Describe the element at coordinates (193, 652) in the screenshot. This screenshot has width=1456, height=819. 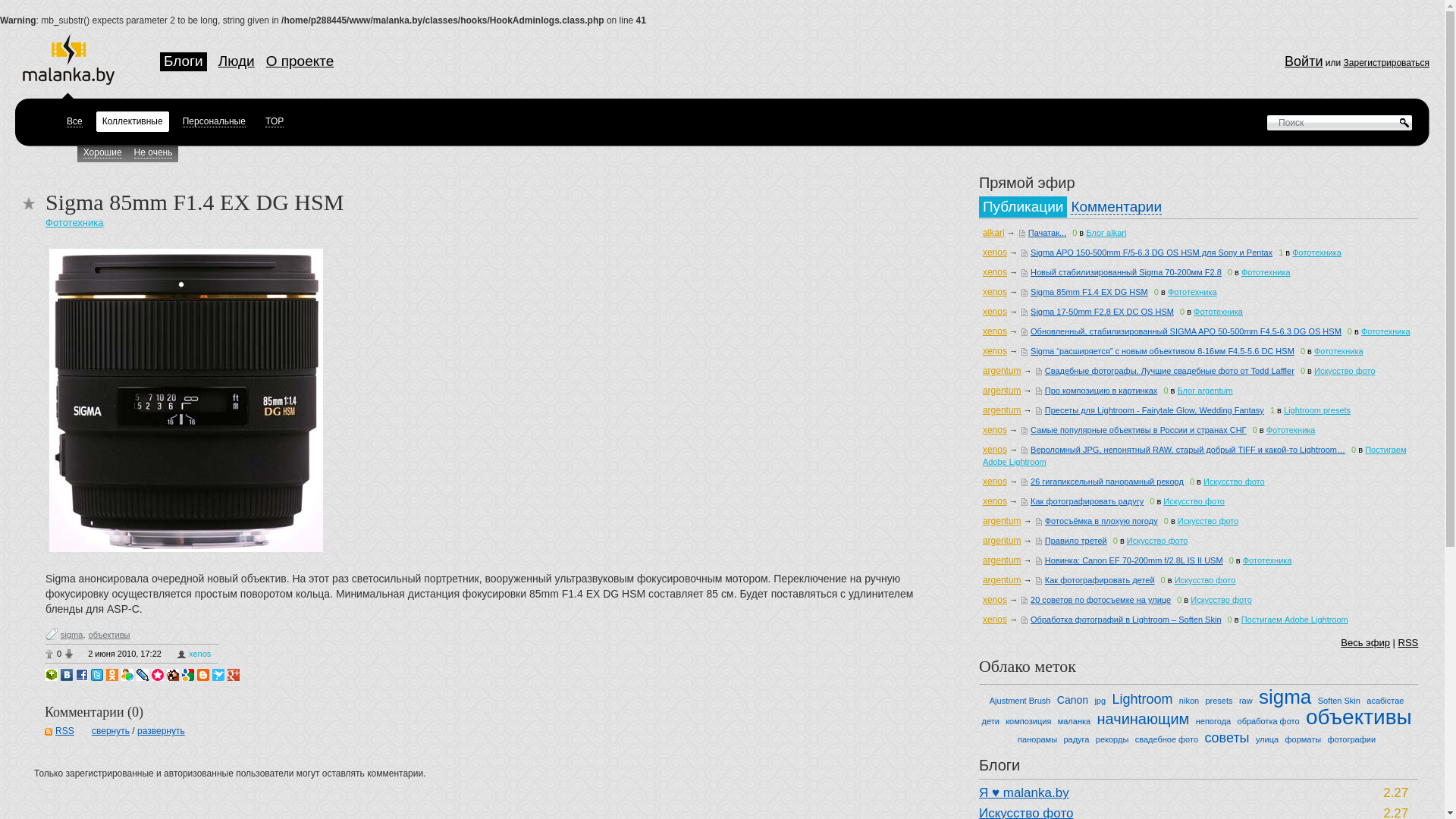
I see `'xenos'` at that location.